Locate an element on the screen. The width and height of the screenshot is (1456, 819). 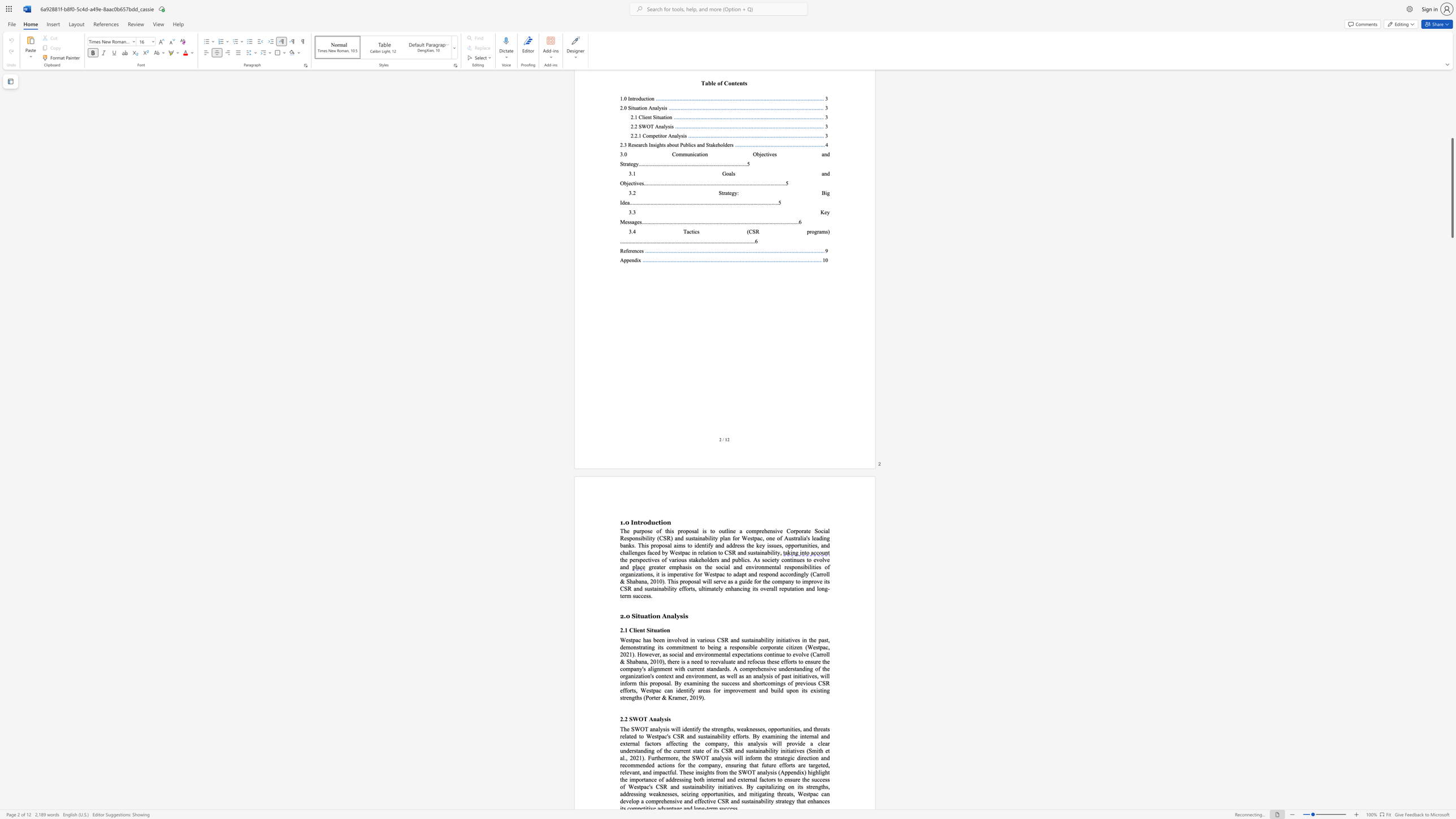
the 1th character "p" in the text is located at coordinates (654, 691).